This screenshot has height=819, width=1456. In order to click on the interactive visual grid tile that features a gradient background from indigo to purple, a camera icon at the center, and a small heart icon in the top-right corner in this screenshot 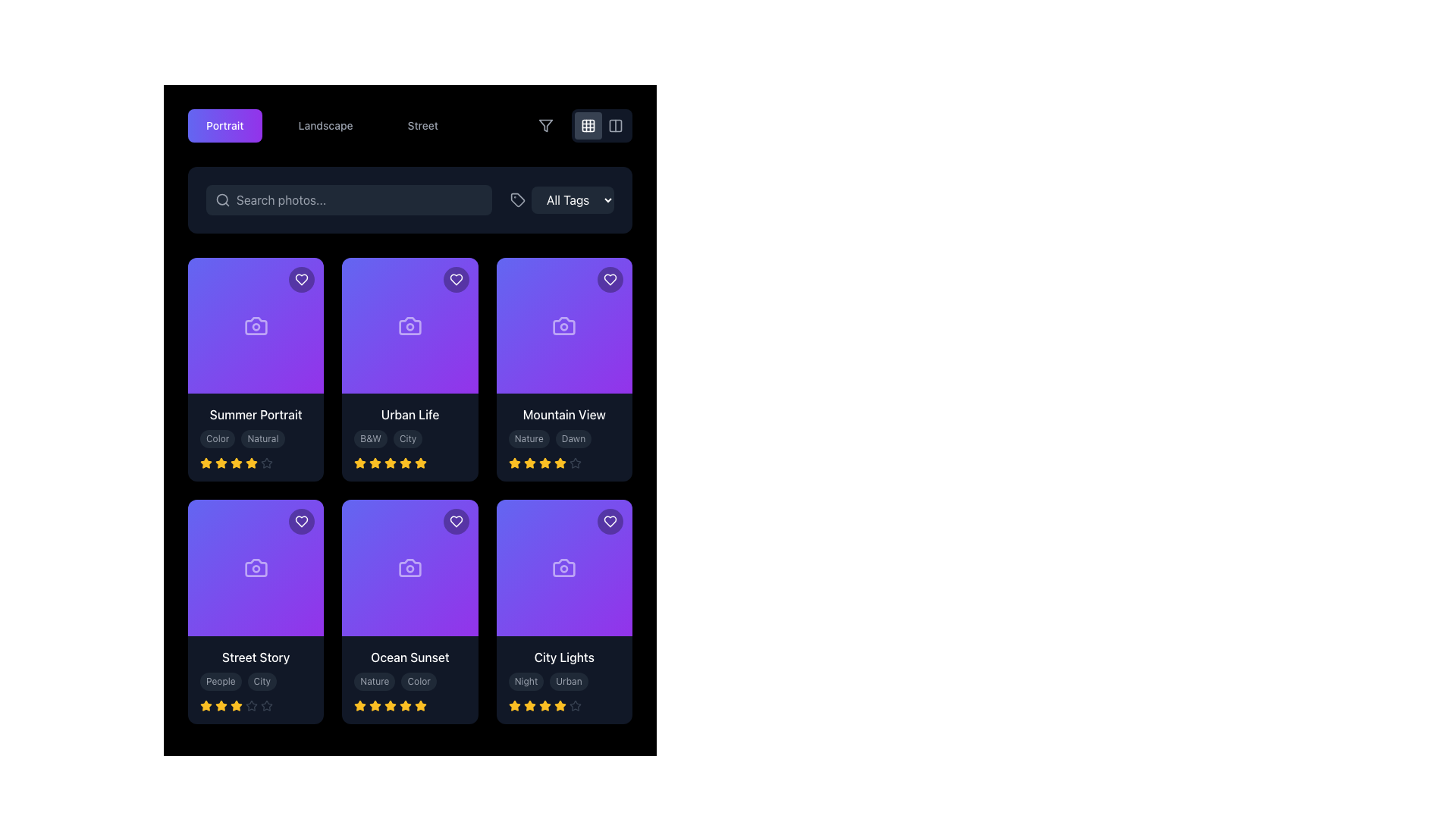, I will do `click(410, 325)`.